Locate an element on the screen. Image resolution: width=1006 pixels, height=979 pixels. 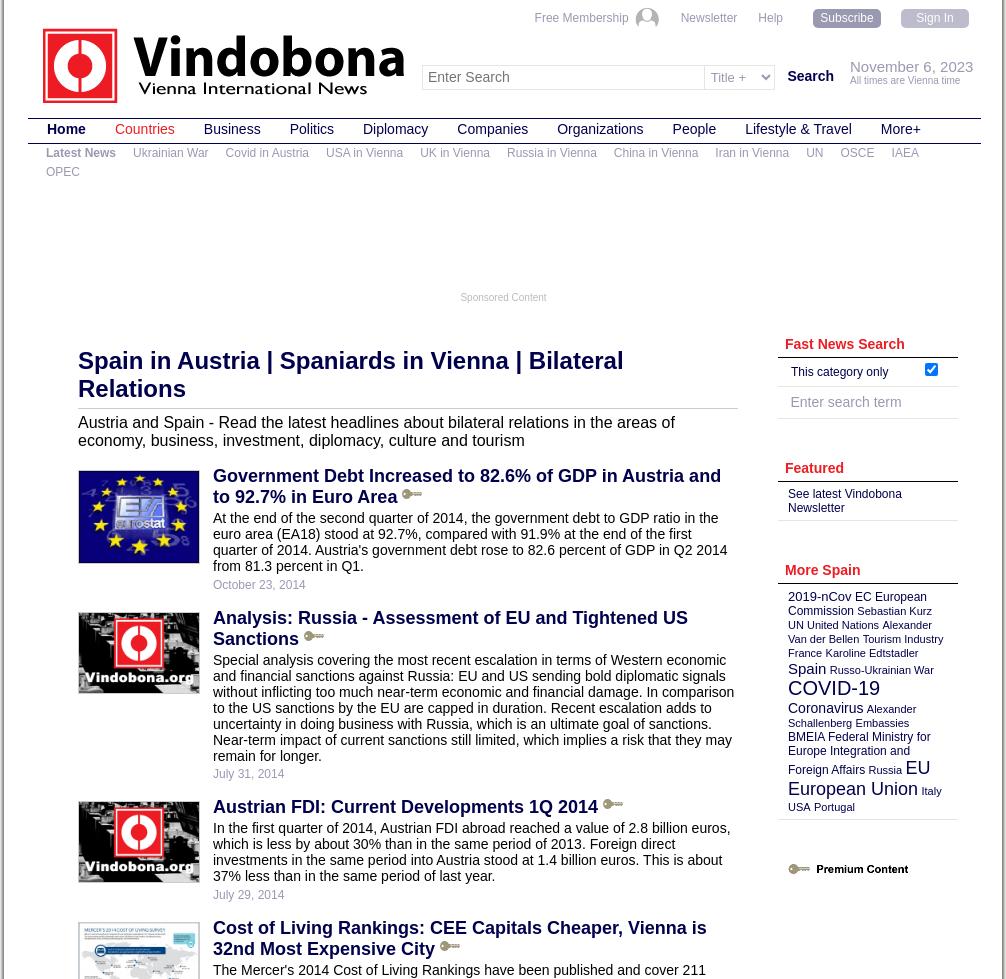
'Subscribe' is located at coordinates (845, 18).